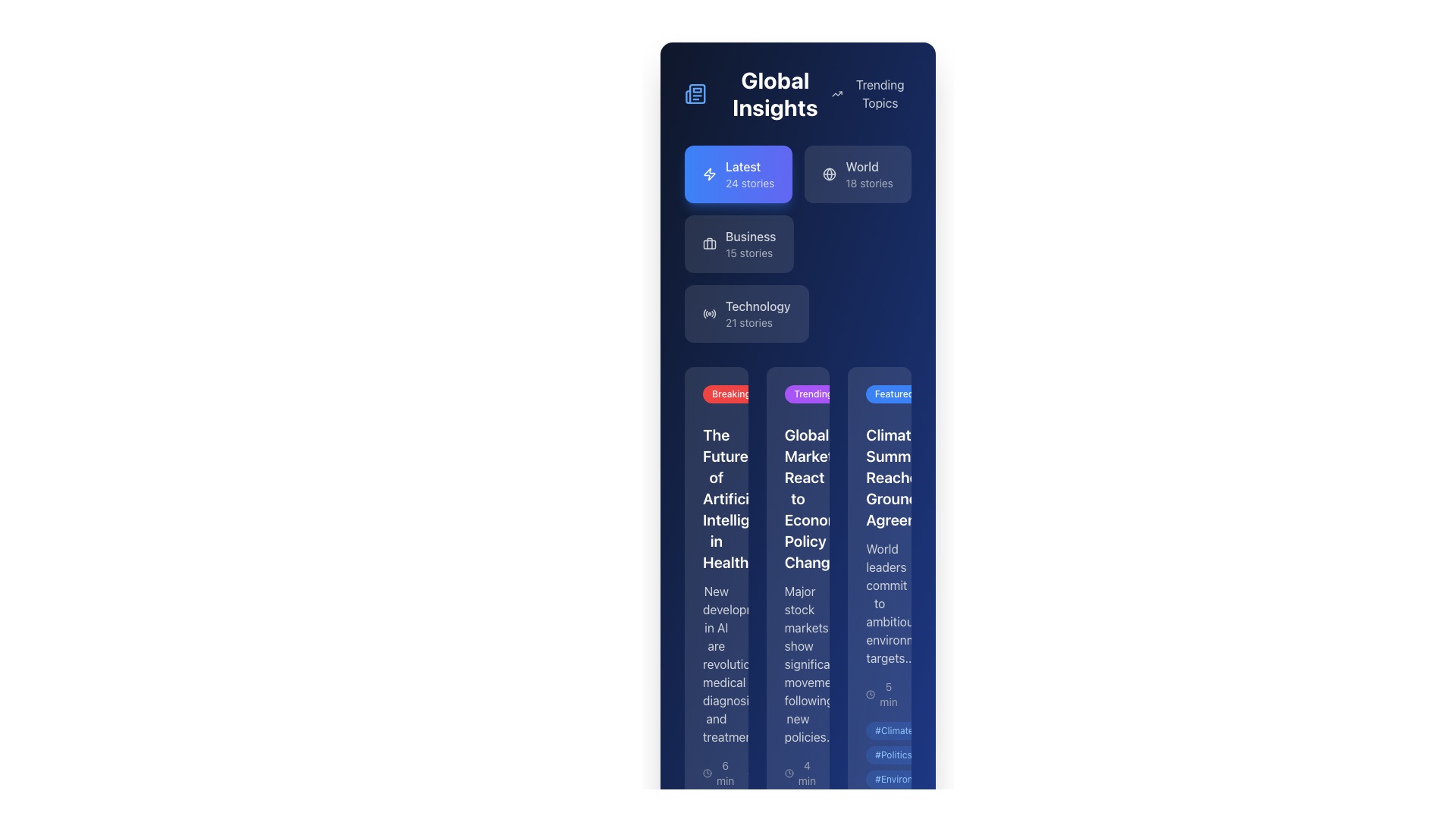 This screenshot has width=1456, height=819. What do you see at coordinates (797, 93) in the screenshot?
I see `the 'Global Insights' text in the header element, which features a newspaper icon on its left` at bounding box center [797, 93].